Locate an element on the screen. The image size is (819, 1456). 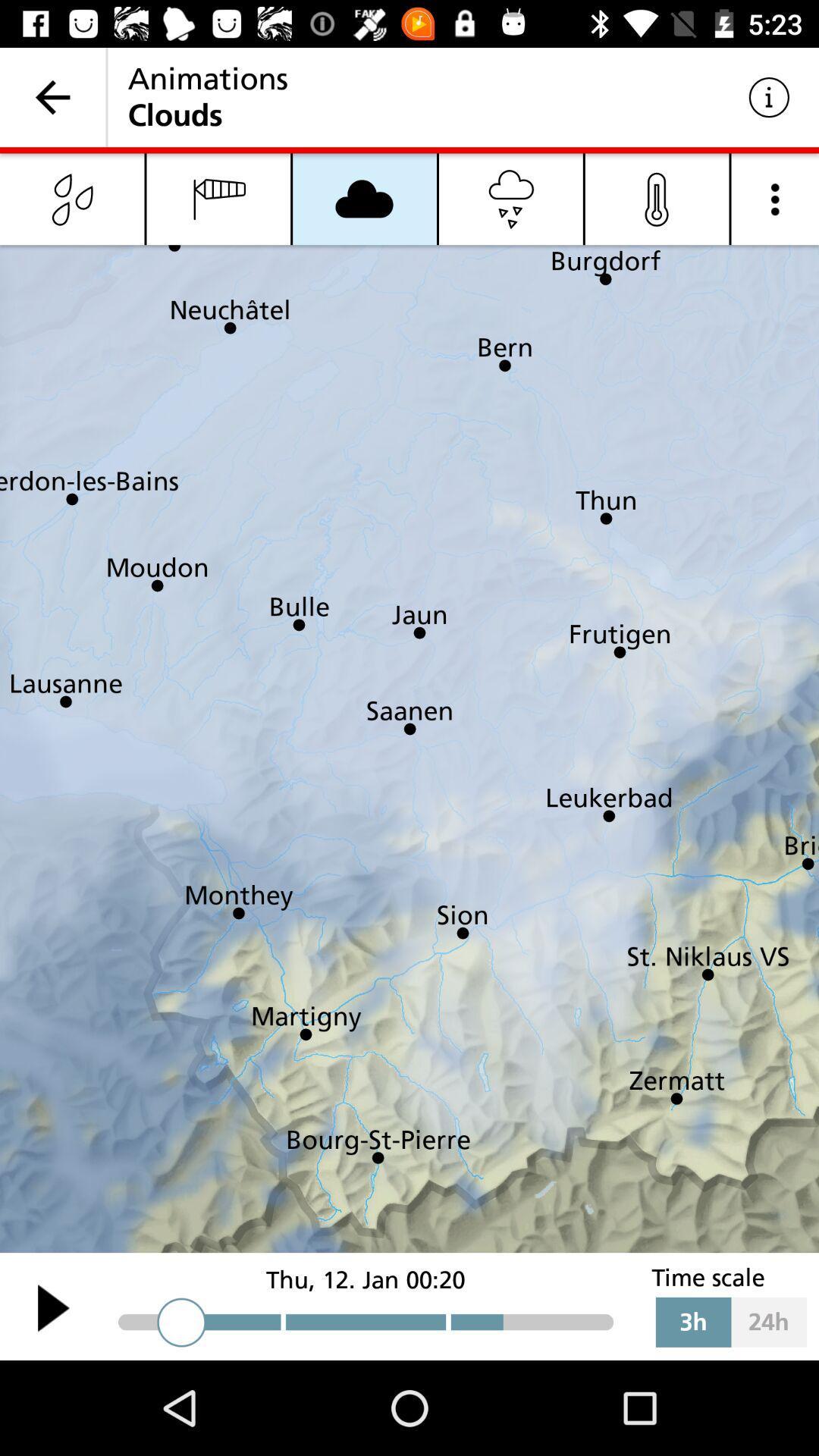
the item next to animations item is located at coordinates (769, 96).